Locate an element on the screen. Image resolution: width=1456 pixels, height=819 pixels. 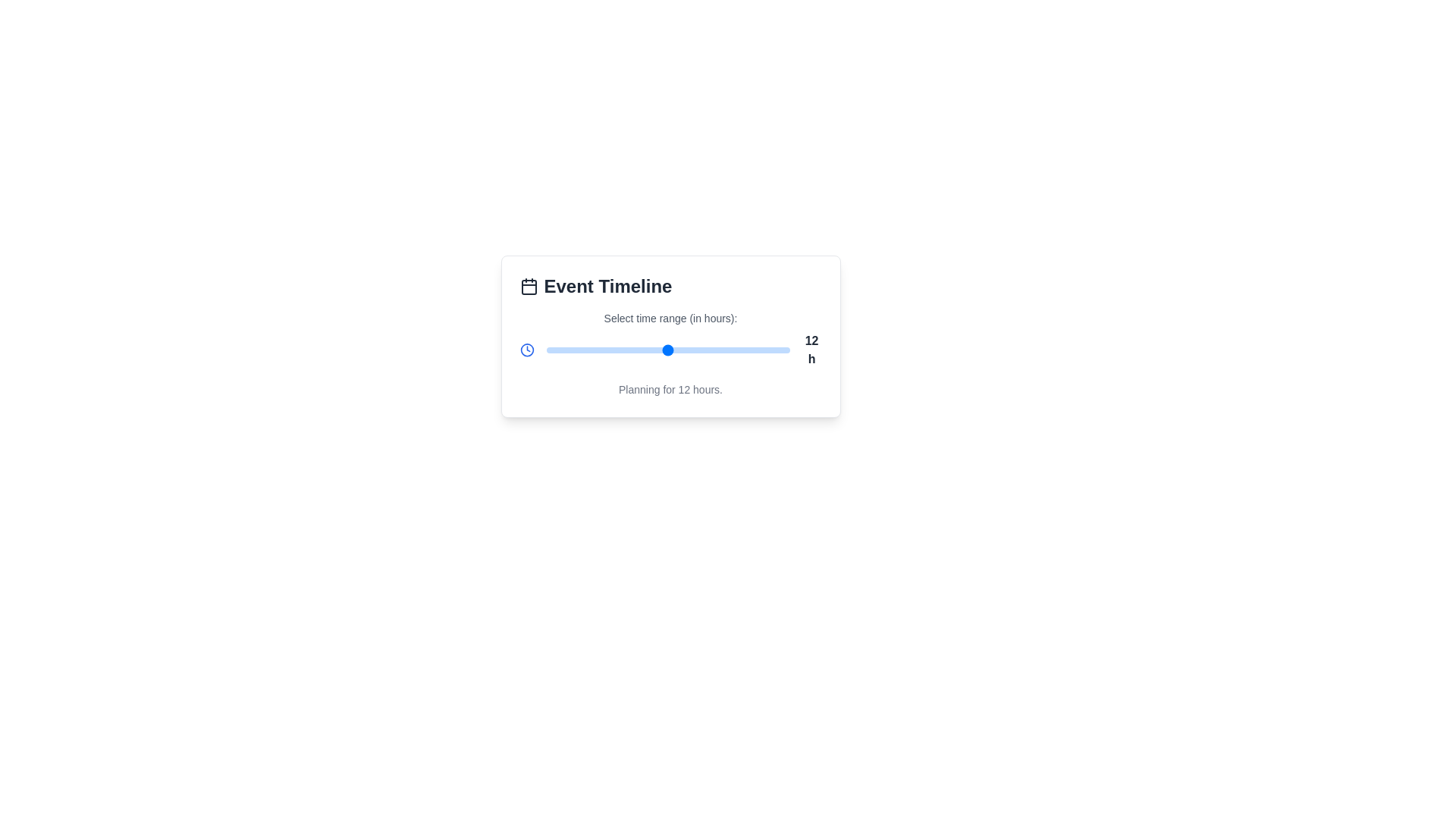
the time range is located at coordinates (627, 350).